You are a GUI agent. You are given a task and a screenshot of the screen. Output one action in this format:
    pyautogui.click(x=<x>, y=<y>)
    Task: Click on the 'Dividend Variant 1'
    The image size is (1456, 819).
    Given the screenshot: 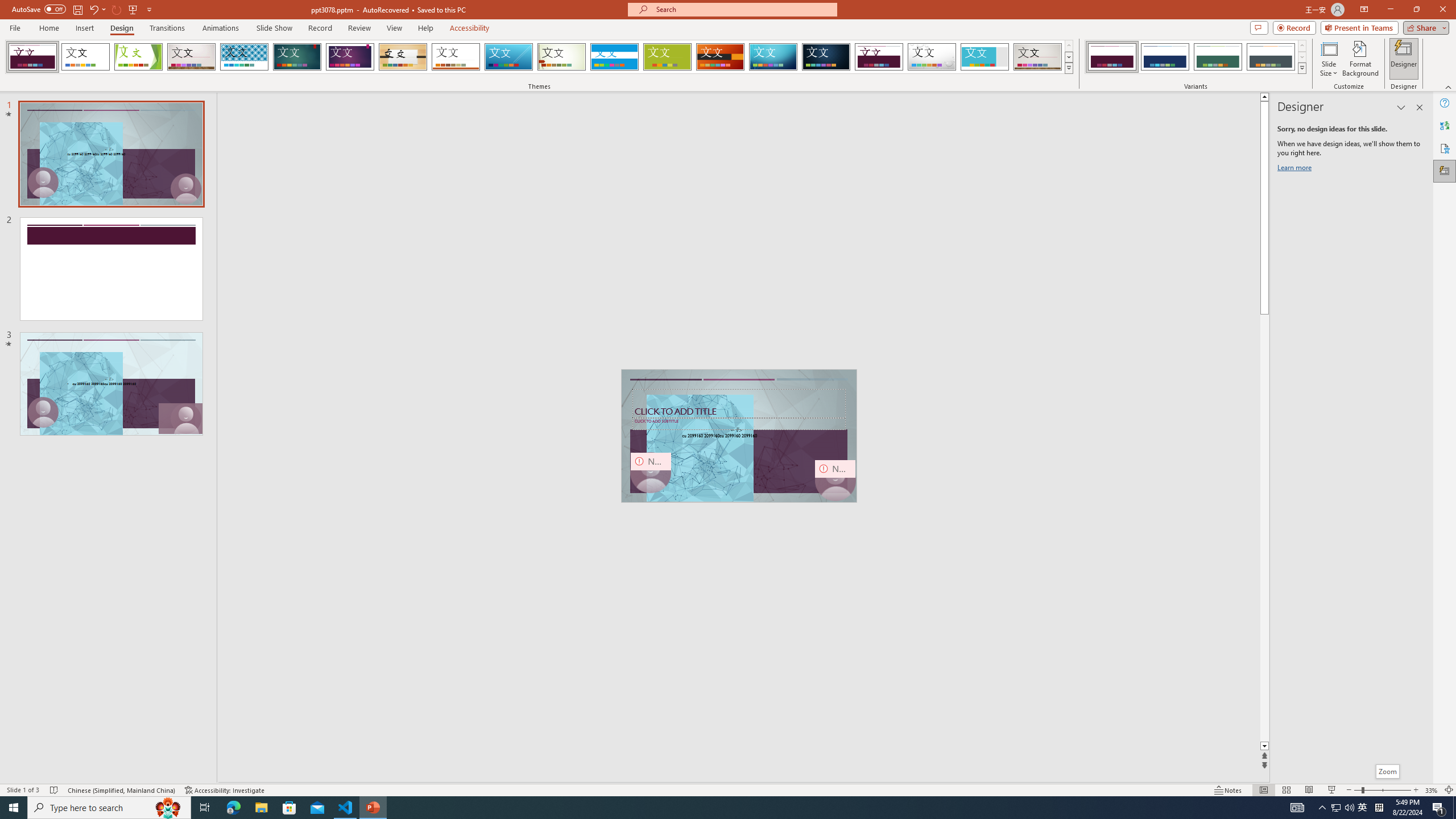 What is the action you would take?
    pyautogui.click(x=1111, y=56)
    